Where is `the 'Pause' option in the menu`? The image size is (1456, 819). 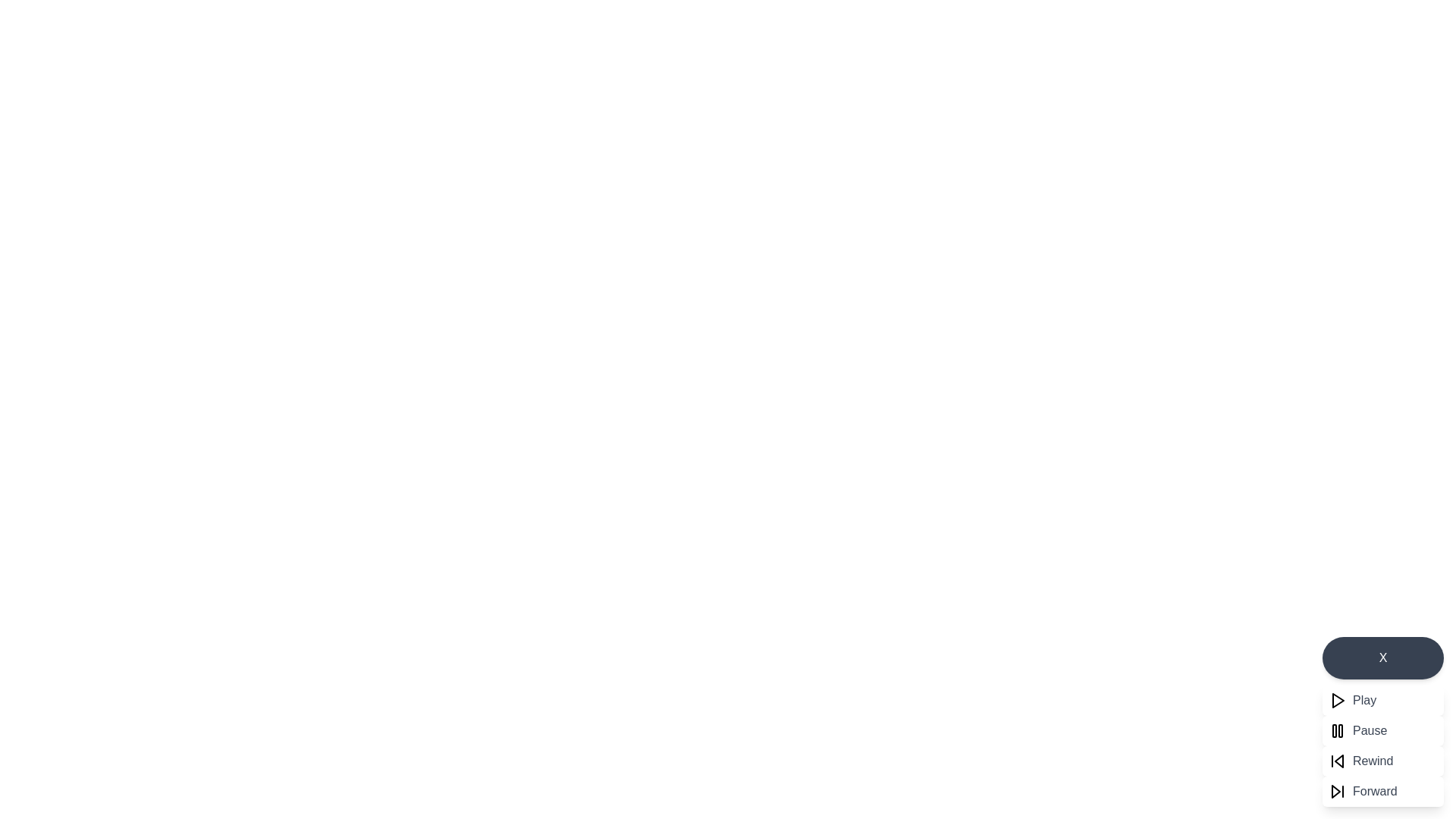
the 'Pause' option in the menu is located at coordinates (1369, 730).